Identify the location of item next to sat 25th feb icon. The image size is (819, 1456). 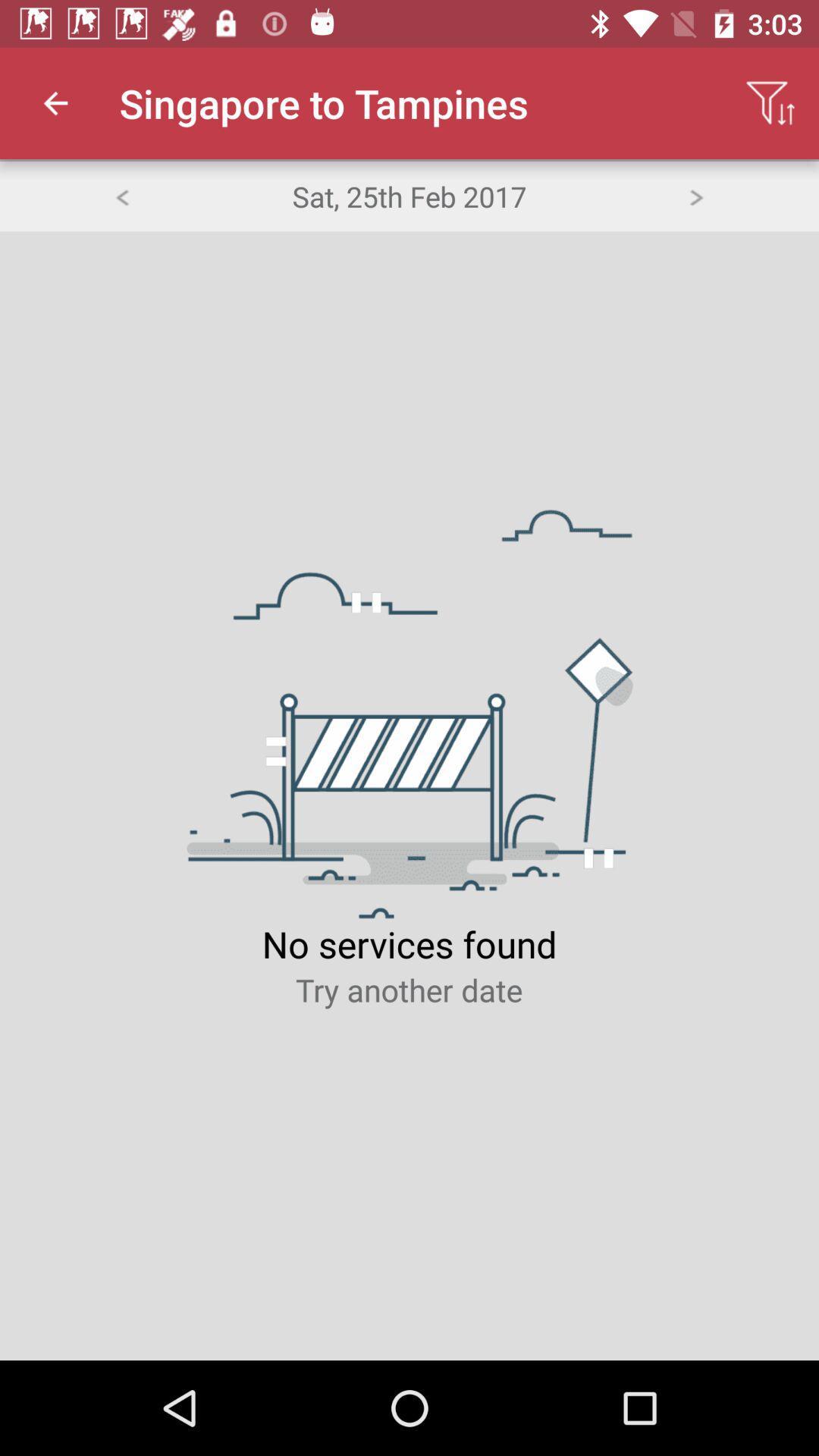
(121, 195).